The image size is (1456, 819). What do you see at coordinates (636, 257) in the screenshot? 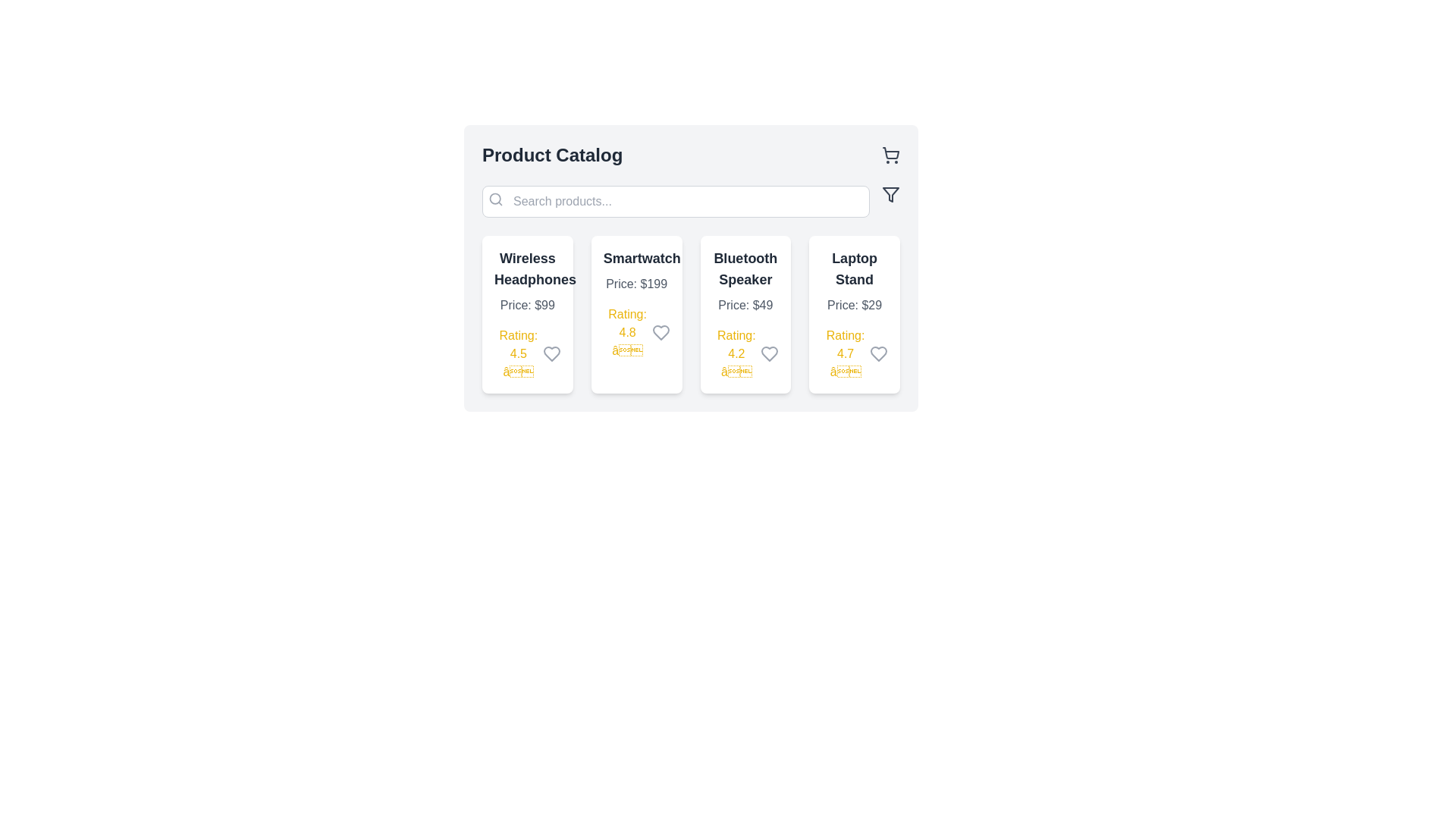
I see `the product title text label located in the second card from the left of the product catalog, positioned above the price and rating information` at bounding box center [636, 257].